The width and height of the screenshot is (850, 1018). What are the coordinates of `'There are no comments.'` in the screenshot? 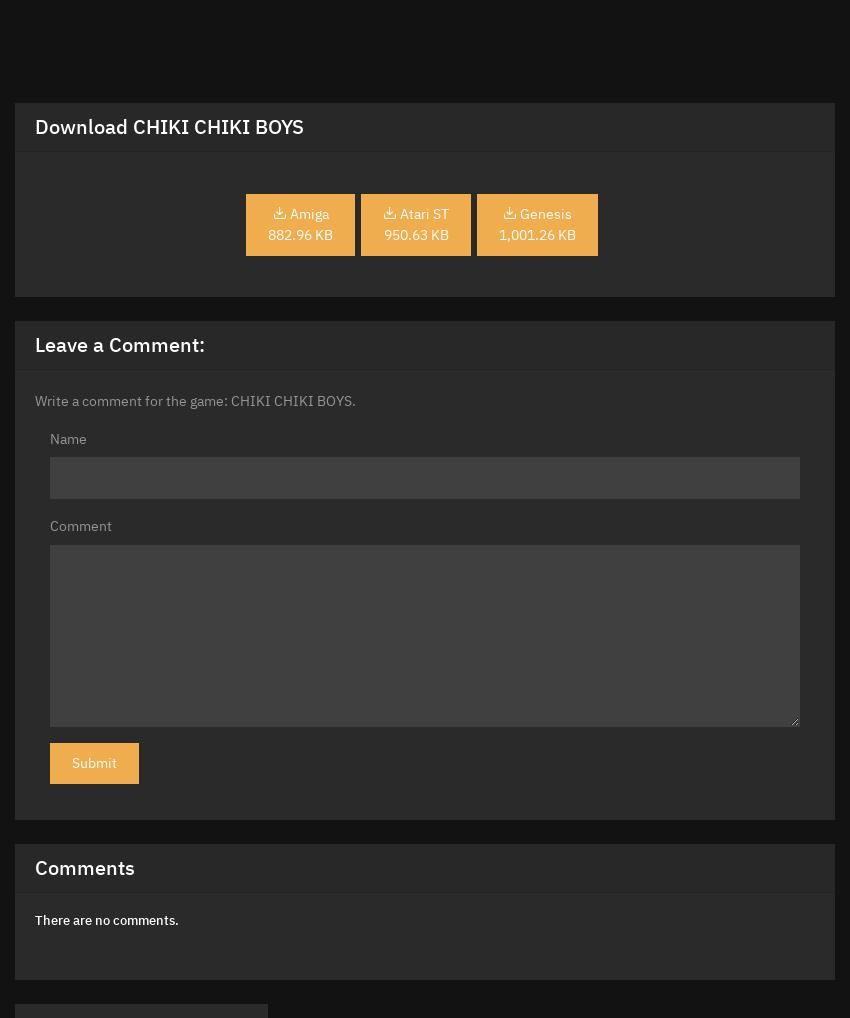 It's located at (106, 919).